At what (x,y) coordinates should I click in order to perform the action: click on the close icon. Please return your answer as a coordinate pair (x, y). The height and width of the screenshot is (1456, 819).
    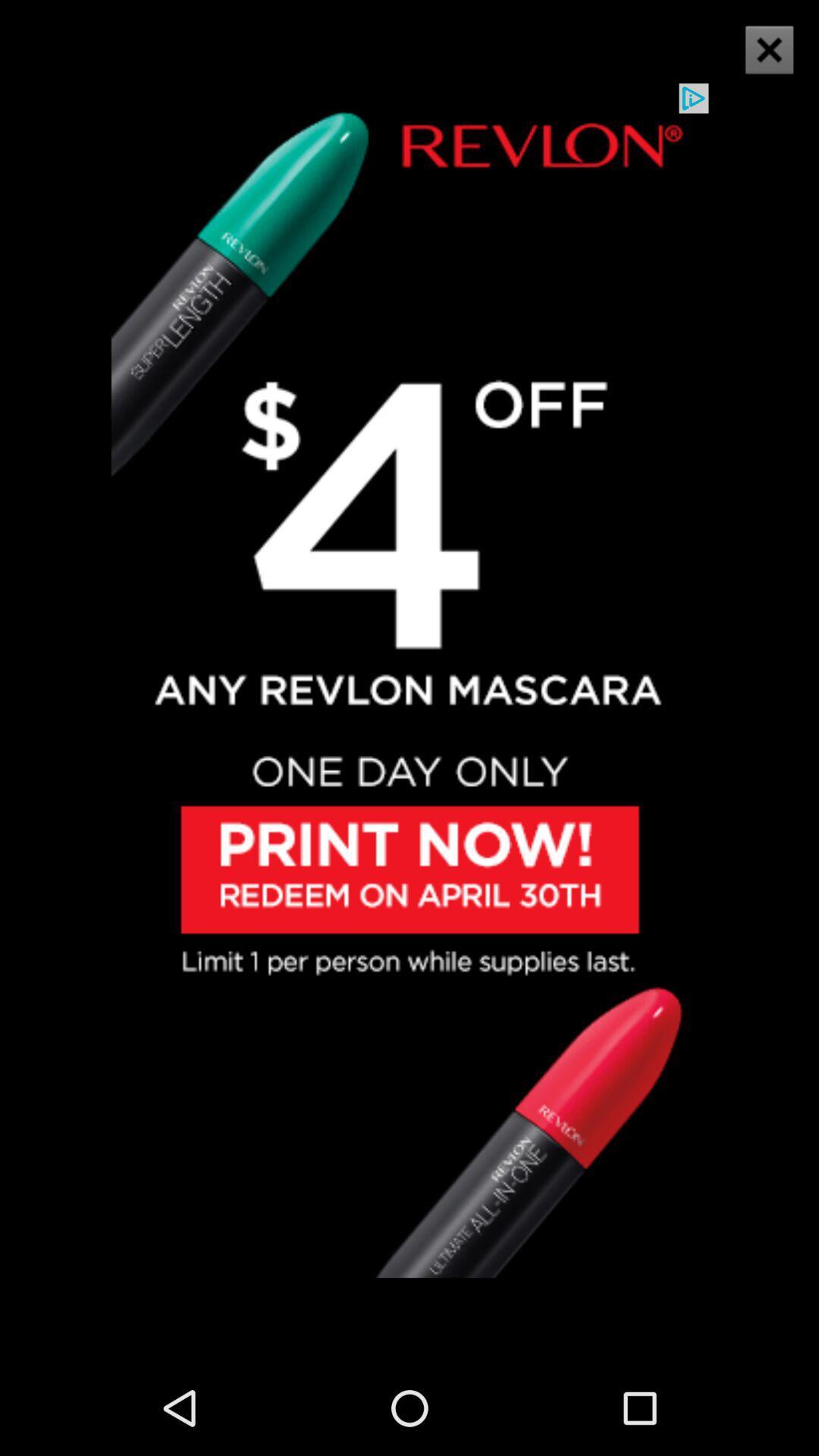
    Looking at the image, I should click on (769, 53).